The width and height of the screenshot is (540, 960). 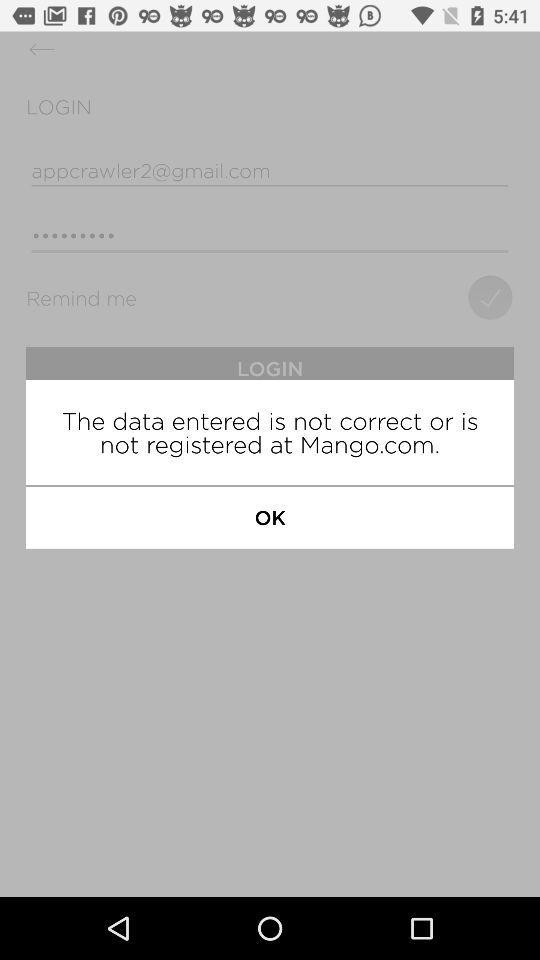 What do you see at coordinates (270, 516) in the screenshot?
I see `the ok icon` at bounding box center [270, 516].